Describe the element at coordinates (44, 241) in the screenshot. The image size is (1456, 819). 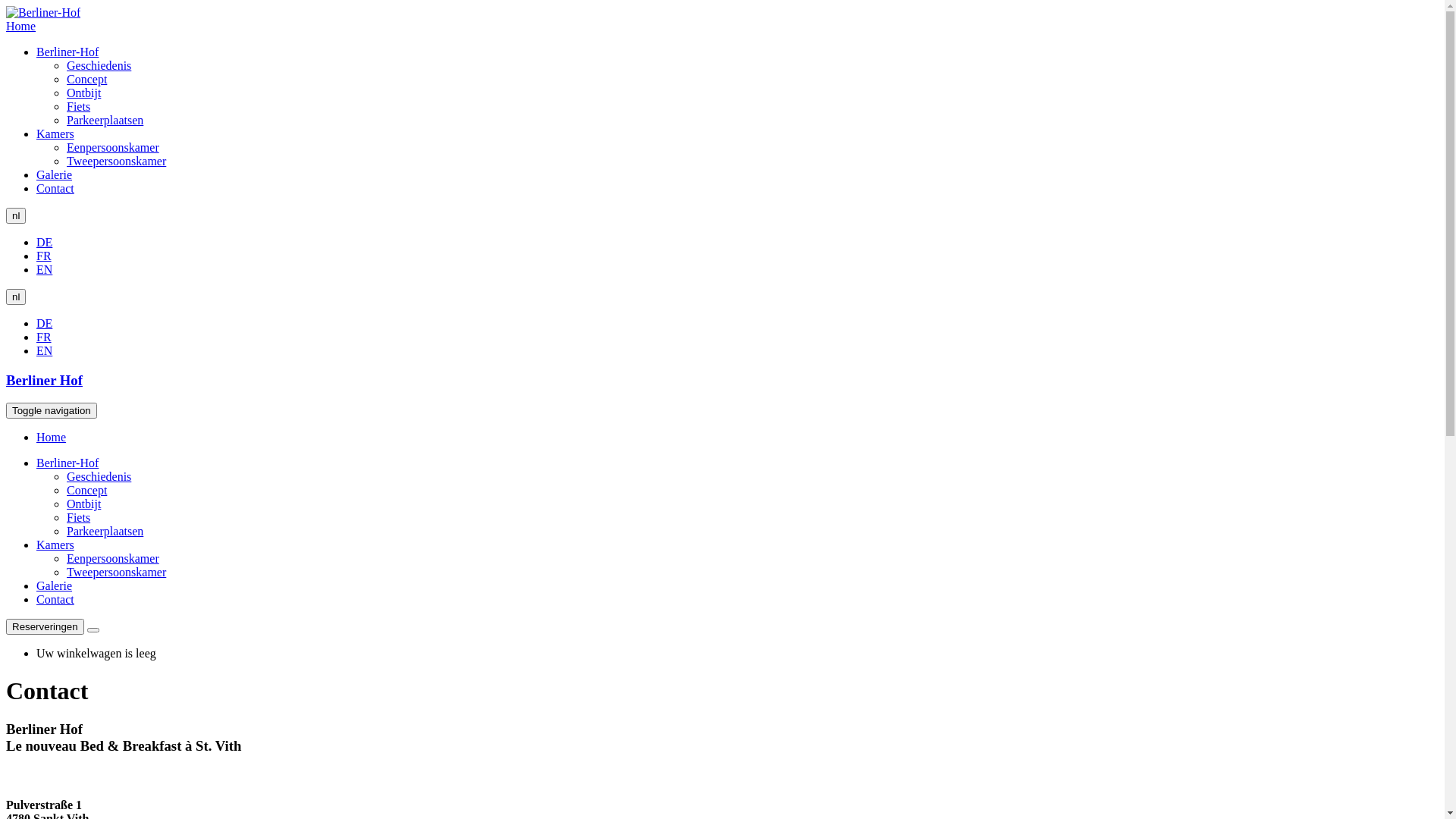
I see `'DE'` at that location.